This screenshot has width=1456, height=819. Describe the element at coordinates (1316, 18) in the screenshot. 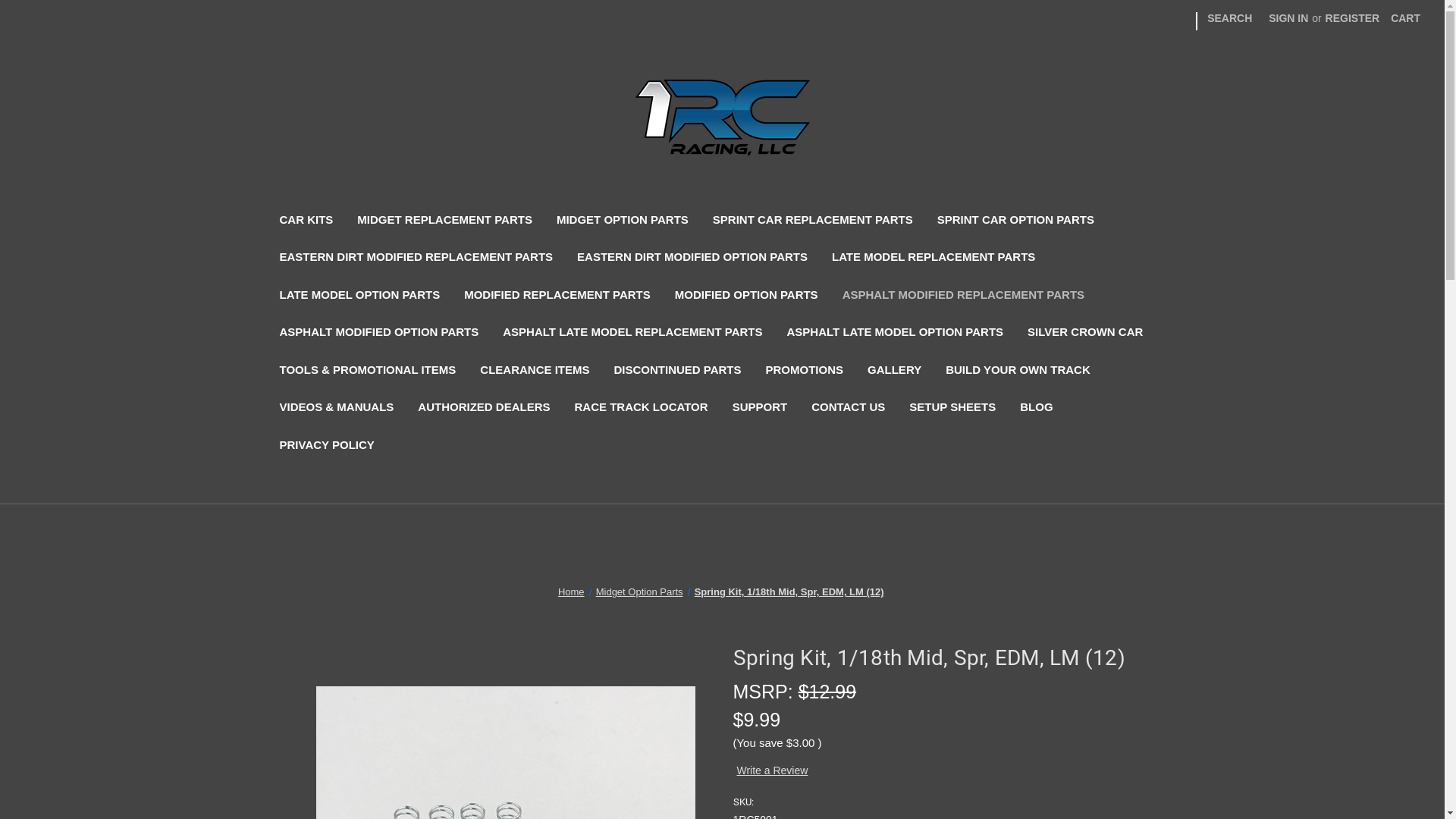

I see `'REGISTER'` at that location.